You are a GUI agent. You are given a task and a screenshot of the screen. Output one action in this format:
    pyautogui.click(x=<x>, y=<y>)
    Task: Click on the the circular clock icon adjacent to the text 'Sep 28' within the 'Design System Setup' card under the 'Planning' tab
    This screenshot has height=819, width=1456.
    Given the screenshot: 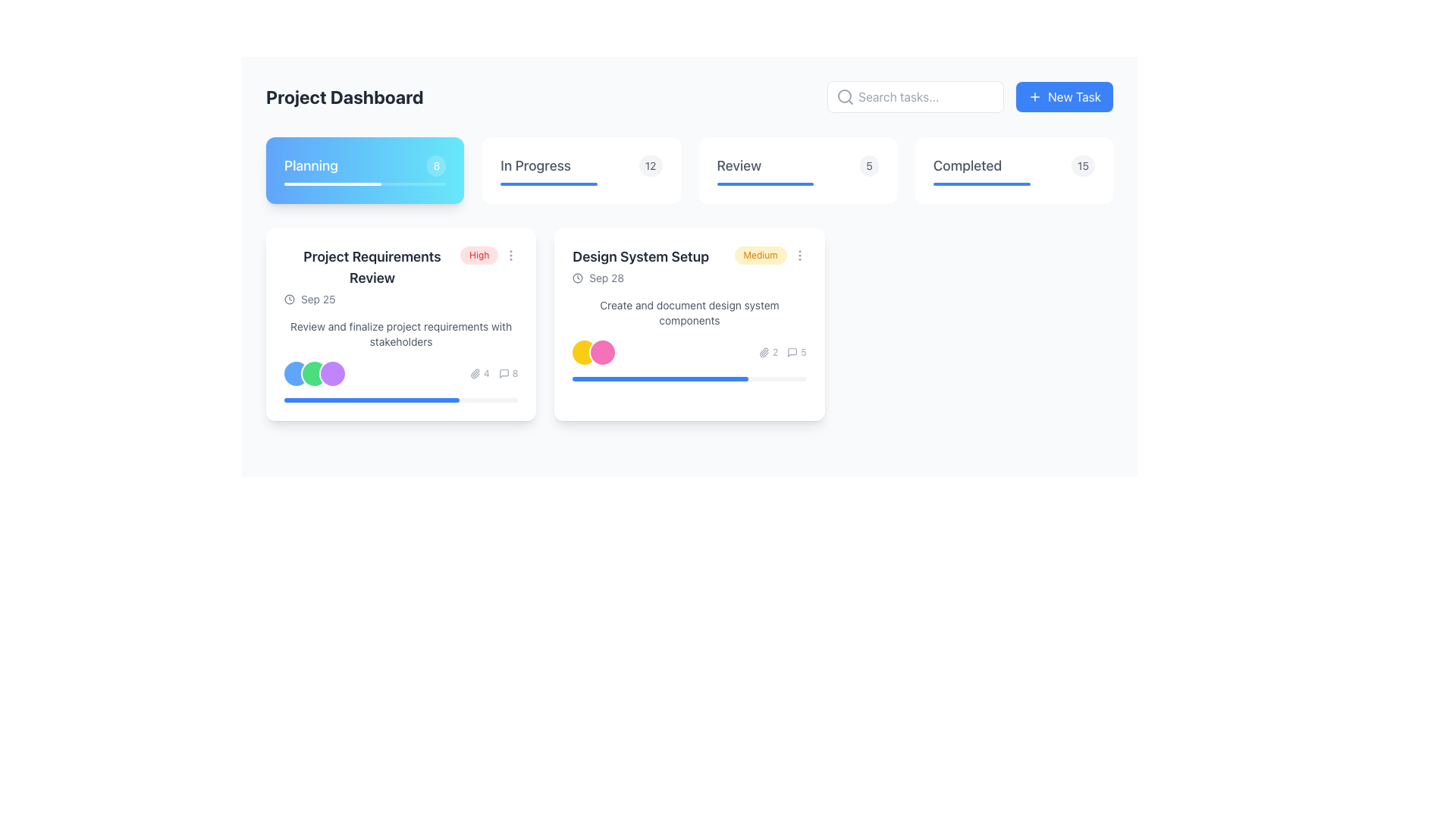 What is the action you would take?
    pyautogui.click(x=577, y=278)
    